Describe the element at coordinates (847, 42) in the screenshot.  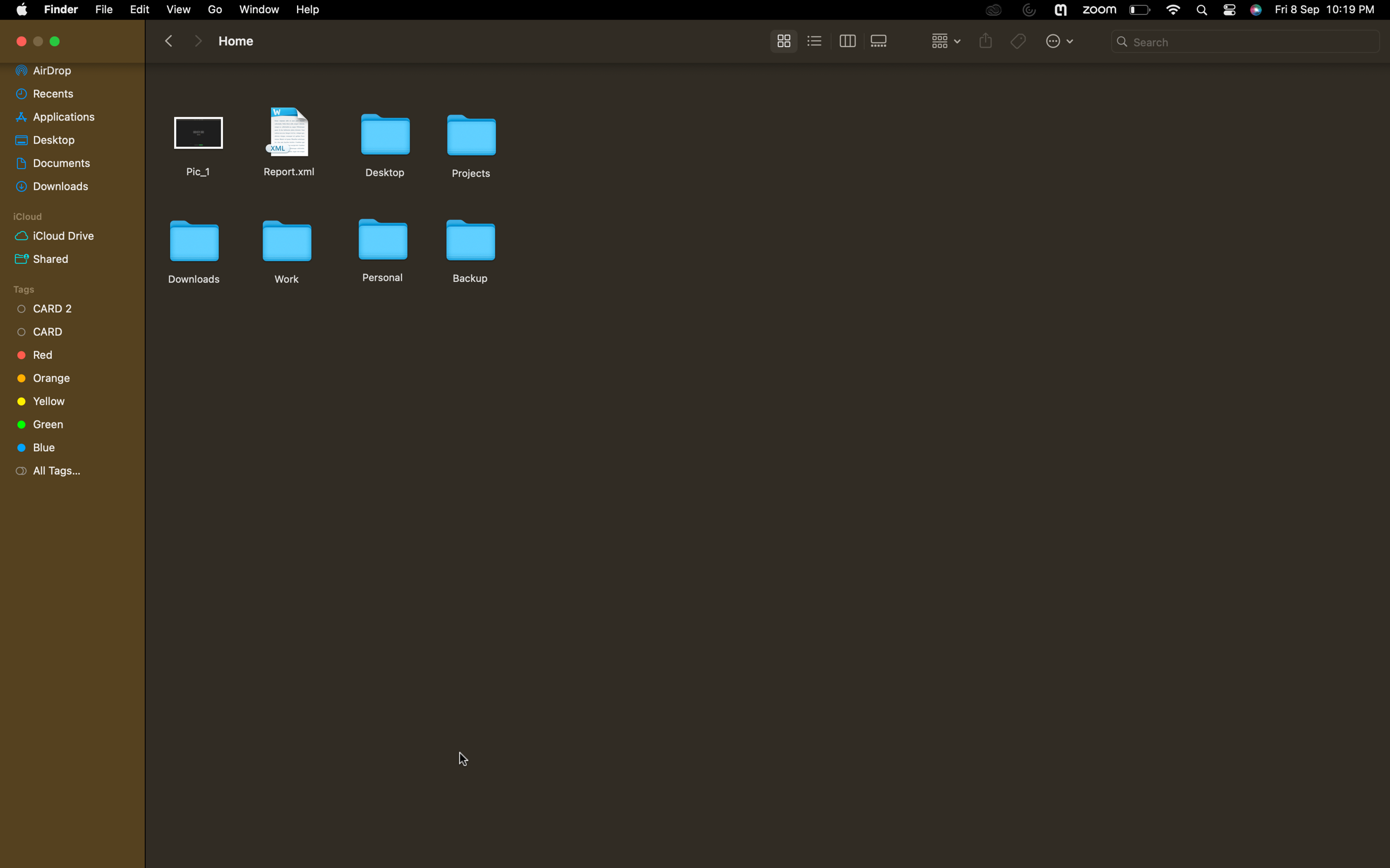
I see `tab view` at that location.